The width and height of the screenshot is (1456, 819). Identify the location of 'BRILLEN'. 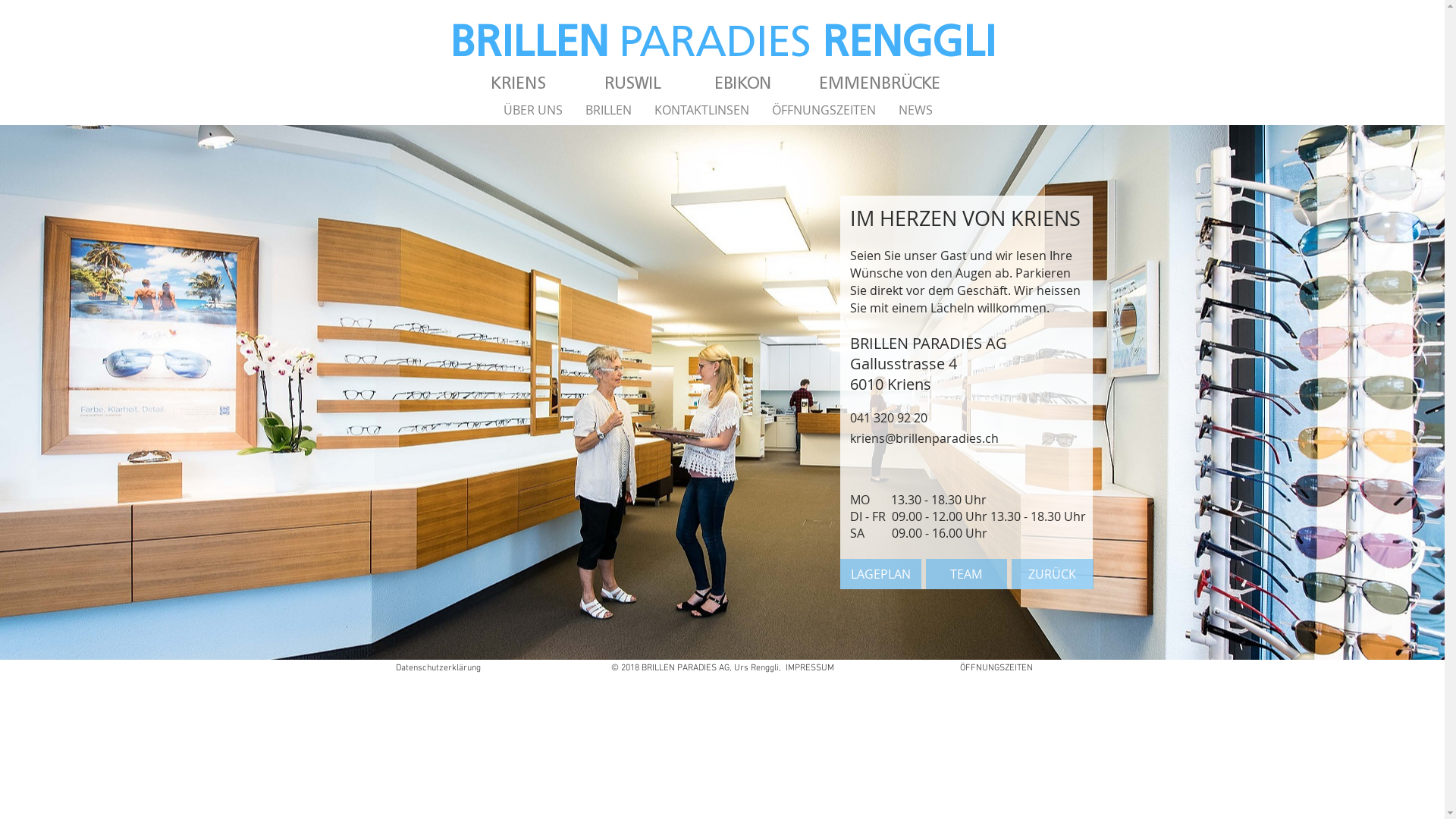
(607, 109).